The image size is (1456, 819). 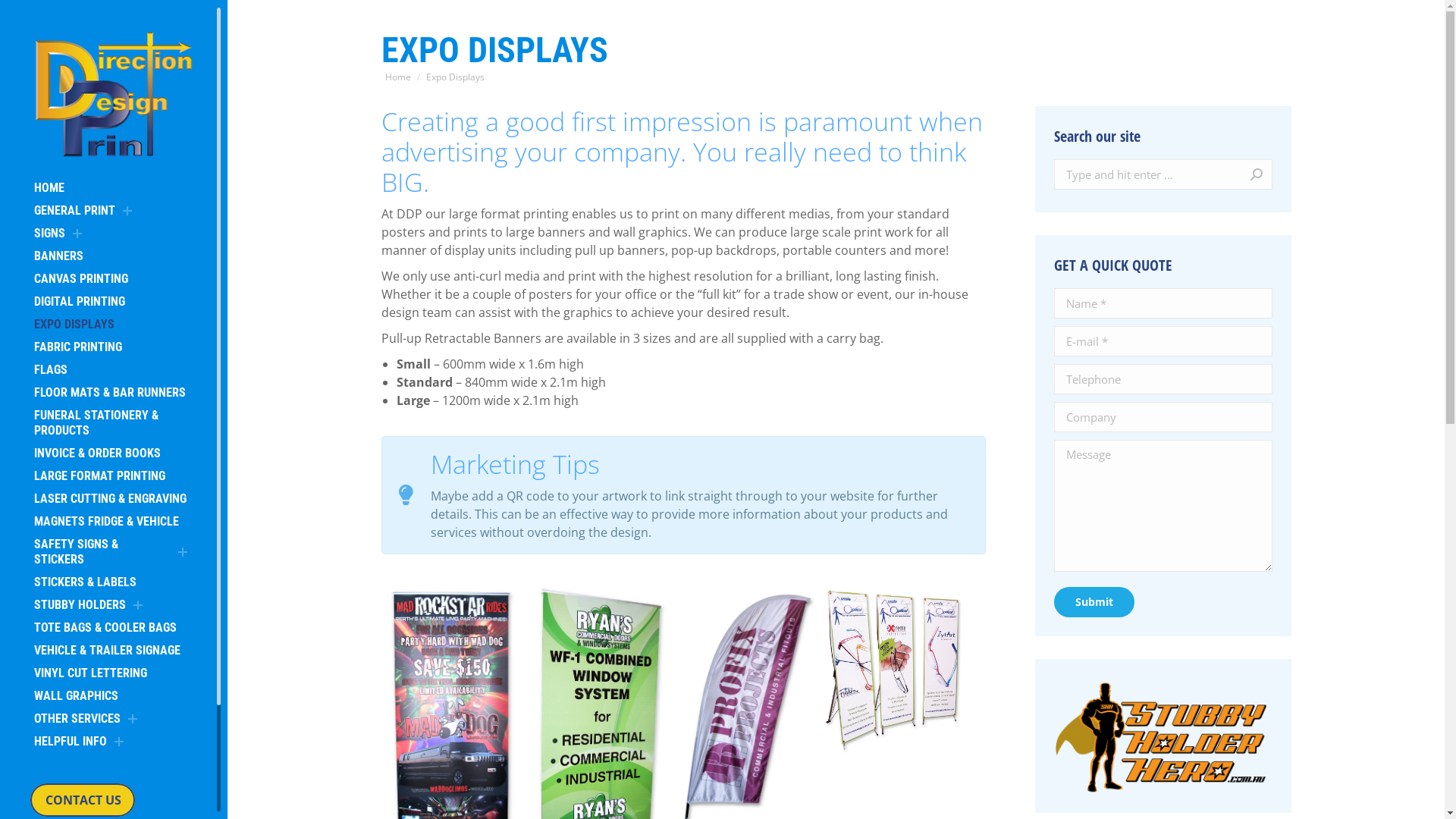 What do you see at coordinates (112, 423) in the screenshot?
I see `'FUNERAL STATIONERY & PRODUCTS'` at bounding box center [112, 423].